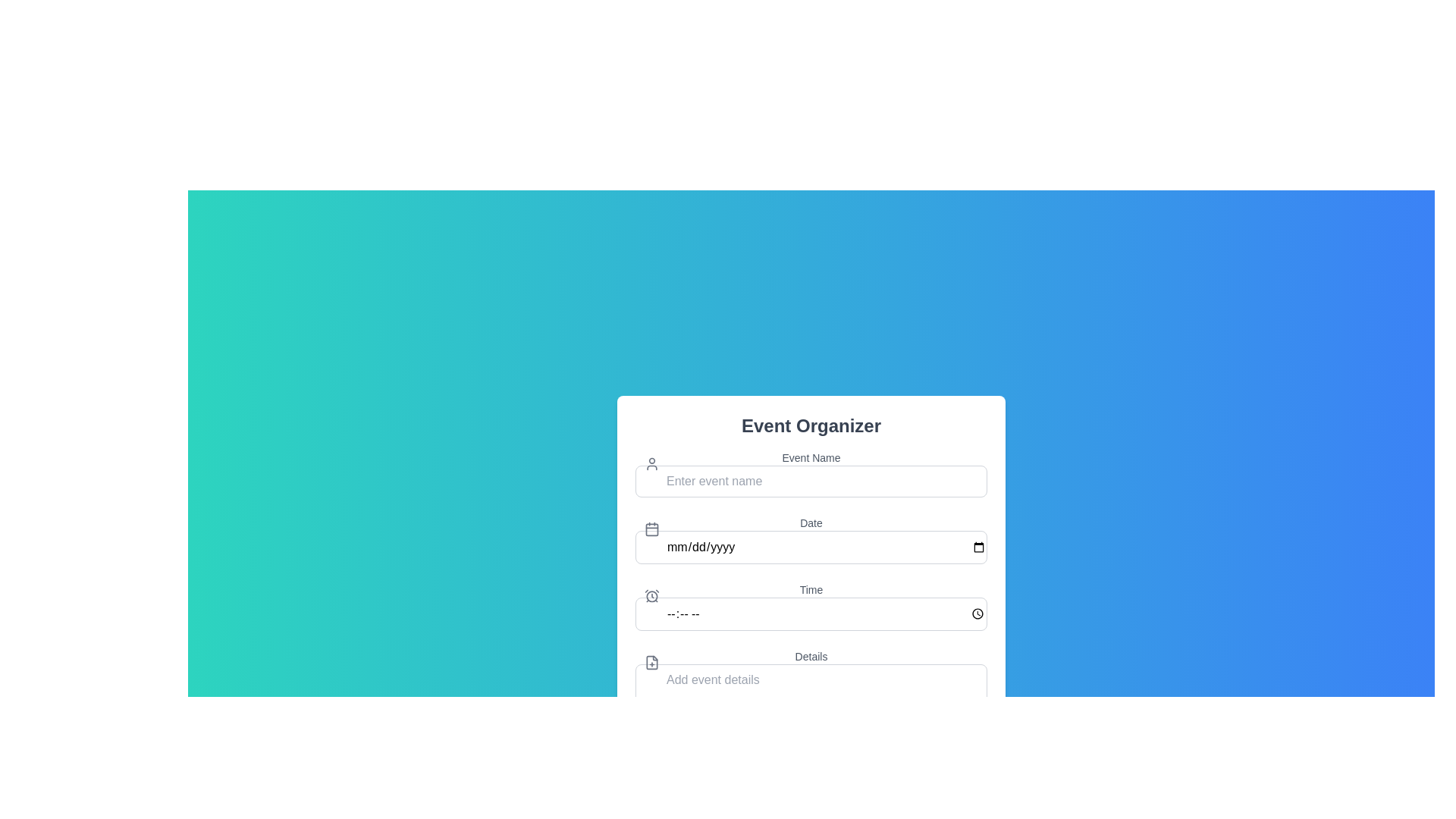 Image resolution: width=1456 pixels, height=819 pixels. Describe the element at coordinates (811, 456) in the screenshot. I see `the label indicating the purpose of the adjacent input field for 'Event Name', located near the top of the form interface, slightly to the right of a gray user icon` at that location.